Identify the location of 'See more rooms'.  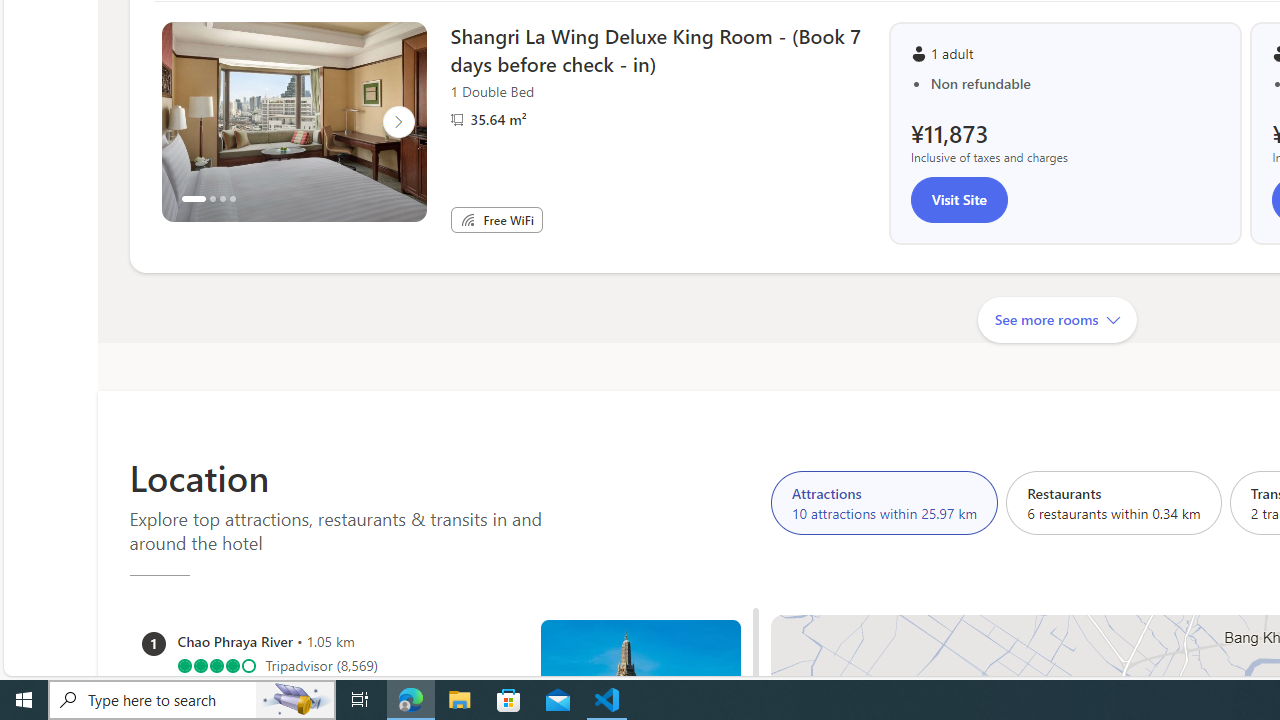
(1056, 318).